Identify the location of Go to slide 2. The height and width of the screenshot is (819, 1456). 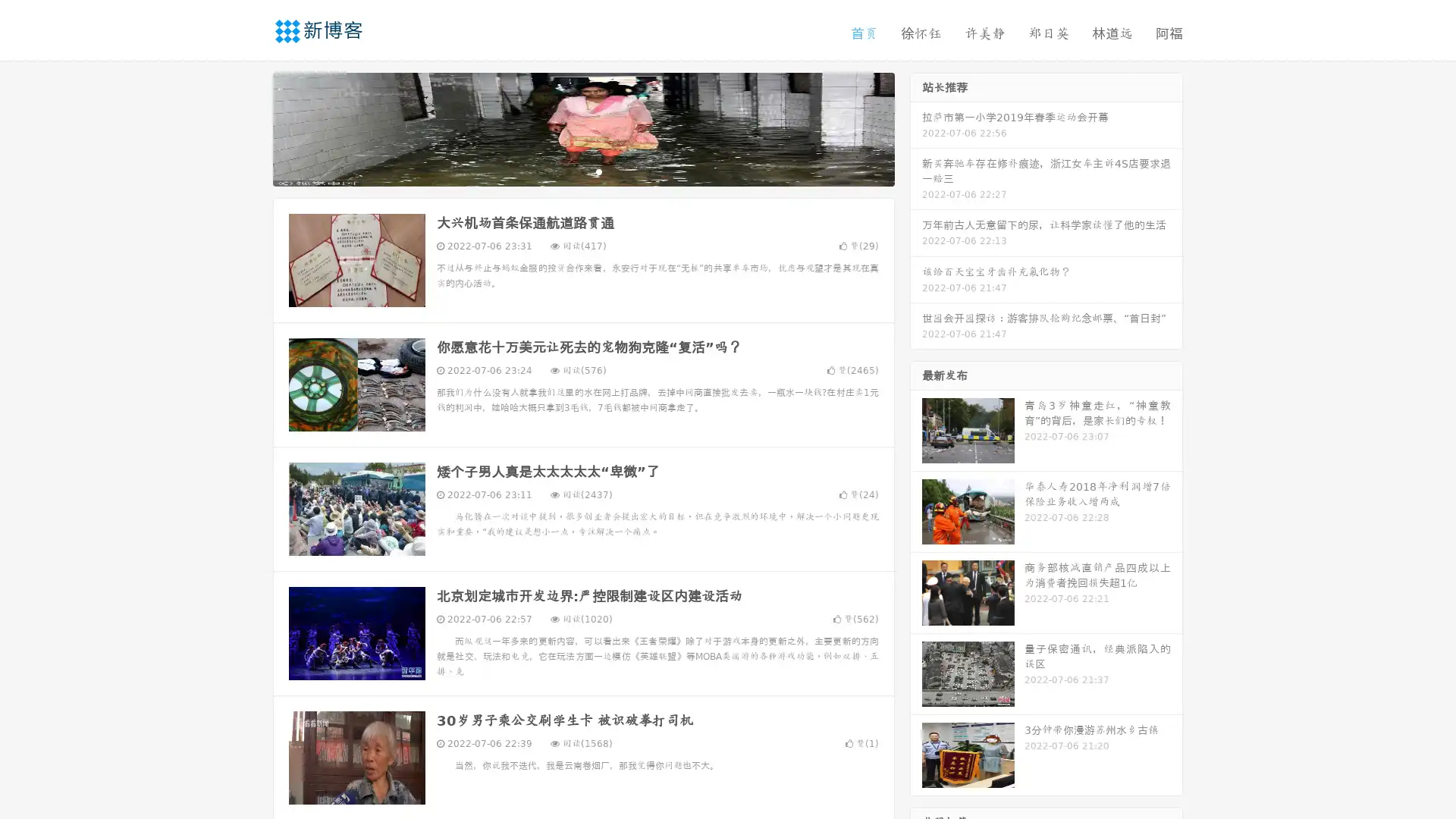
(582, 171).